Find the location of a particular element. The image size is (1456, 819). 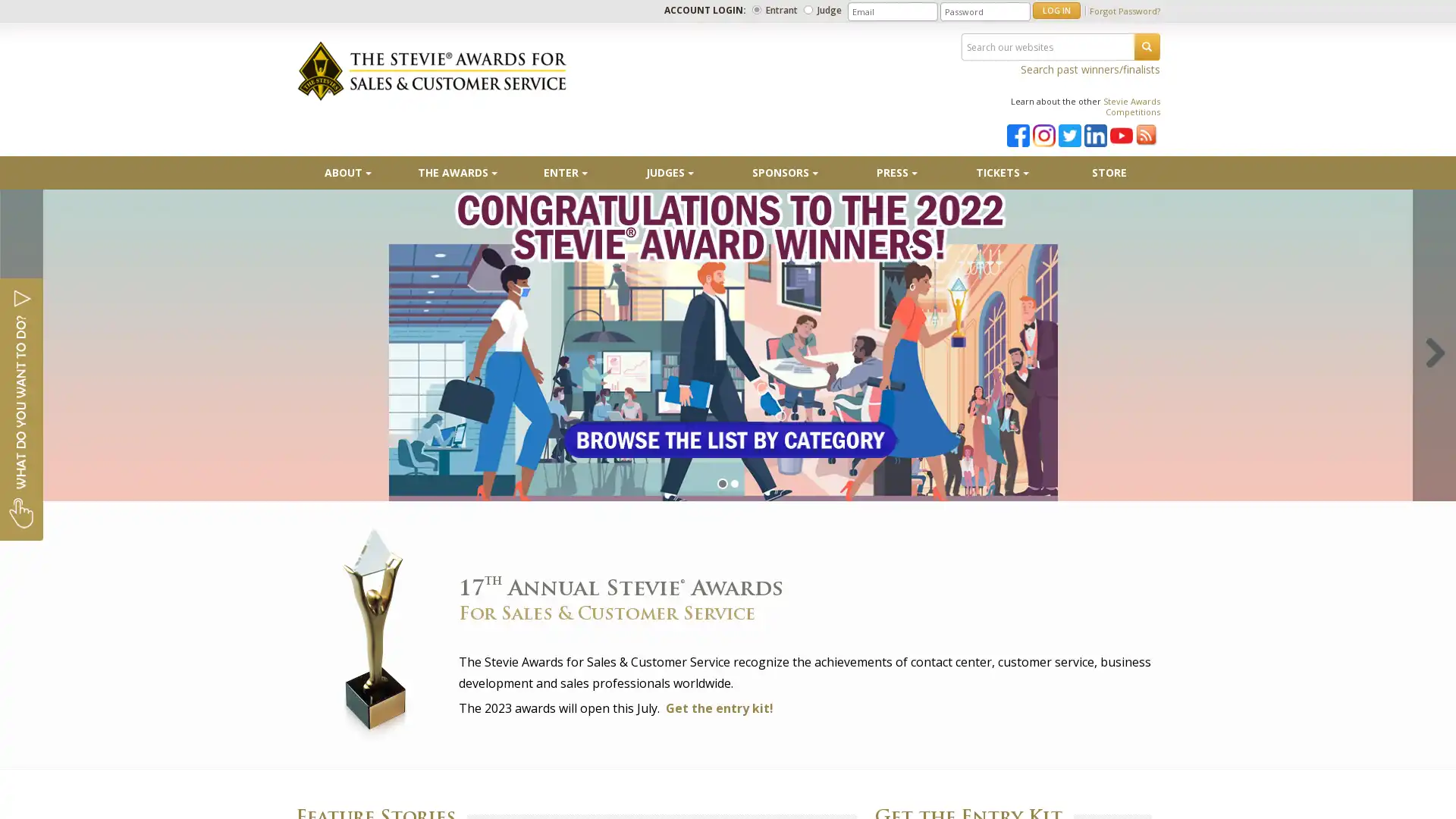

SEARCH is located at coordinates (1147, 45).